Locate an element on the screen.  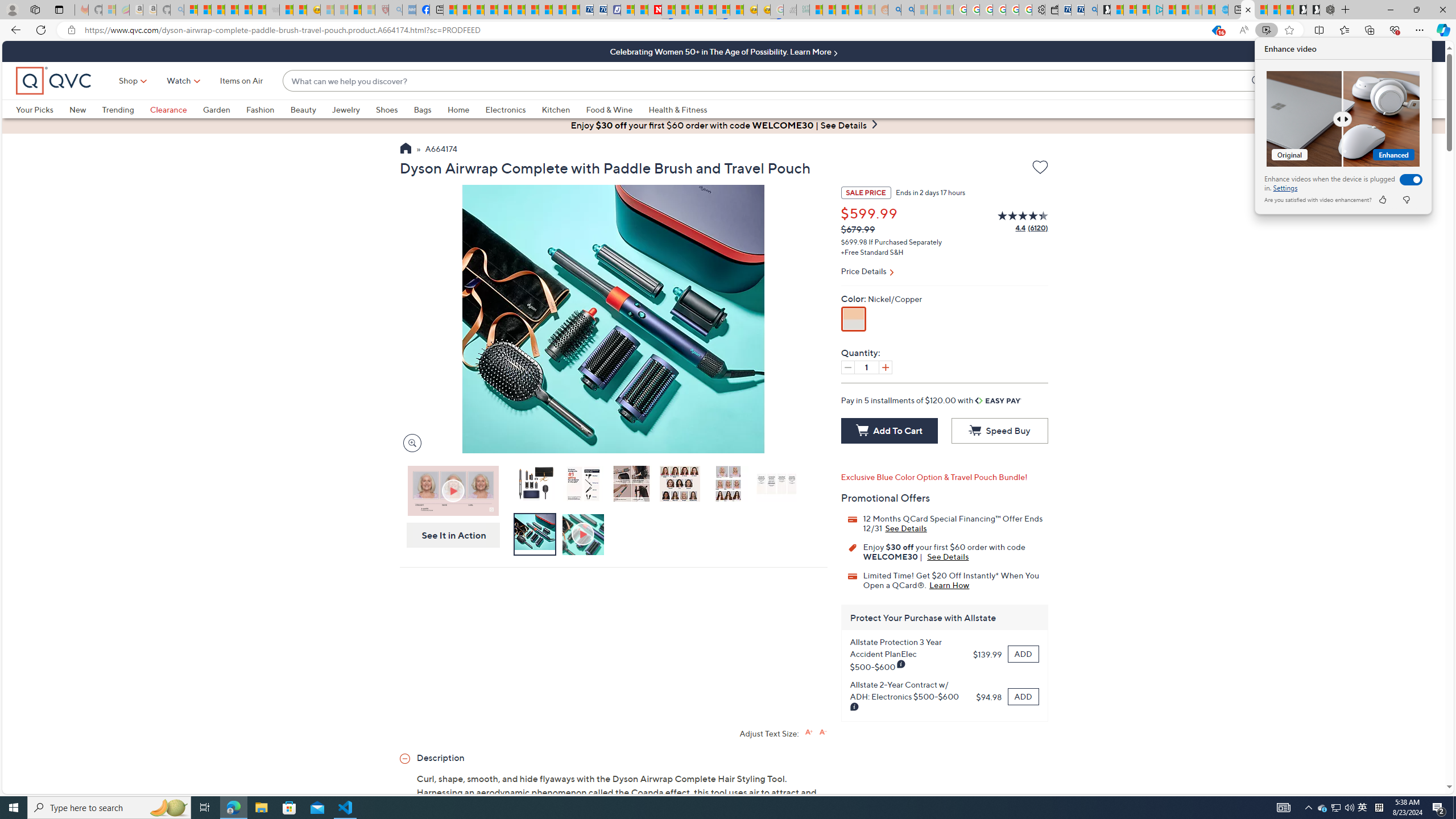
'See It in Action' is located at coordinates (449, 535).